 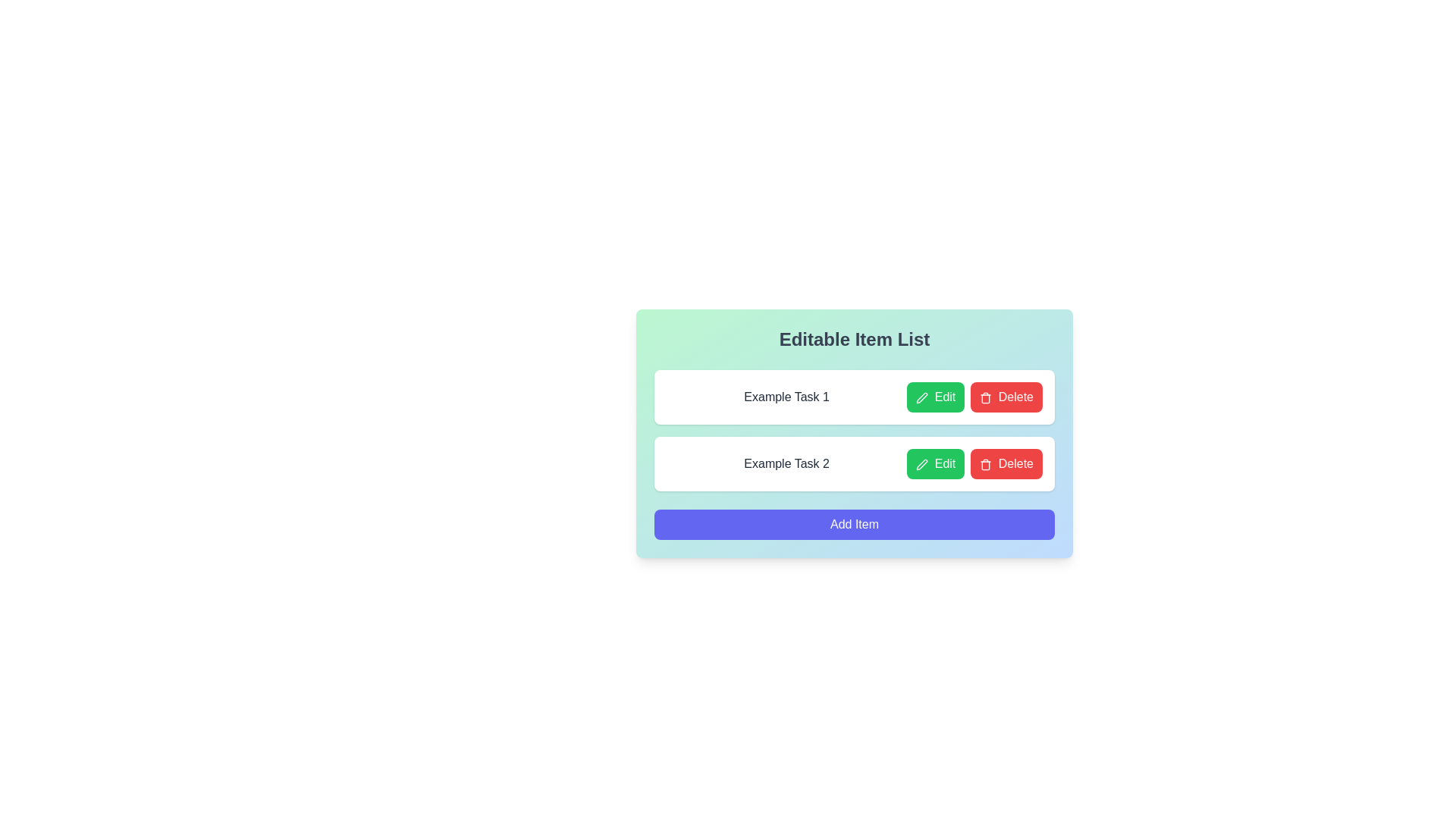 What do you see at coordinates (921, 463) in the screenshot?
I see `the pen icon inside the green 'Edit' button, which is located to the right of the 'Example Task 2' text in the task list` at bounding box center [921, 463].